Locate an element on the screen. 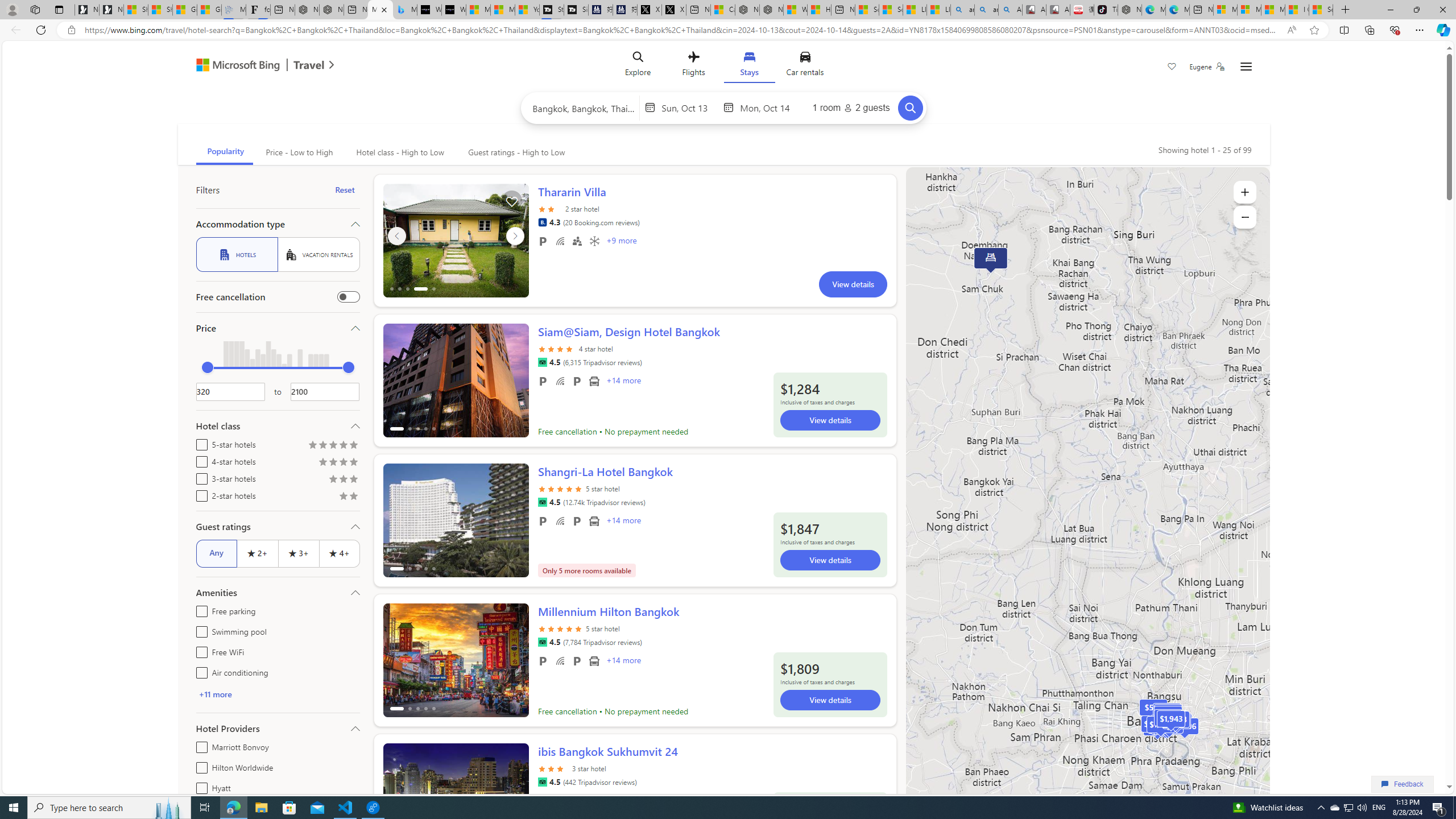 The width and height of the screenshot is (1456, 819). 'Swimming pool' is located at coordinates (199, 630).